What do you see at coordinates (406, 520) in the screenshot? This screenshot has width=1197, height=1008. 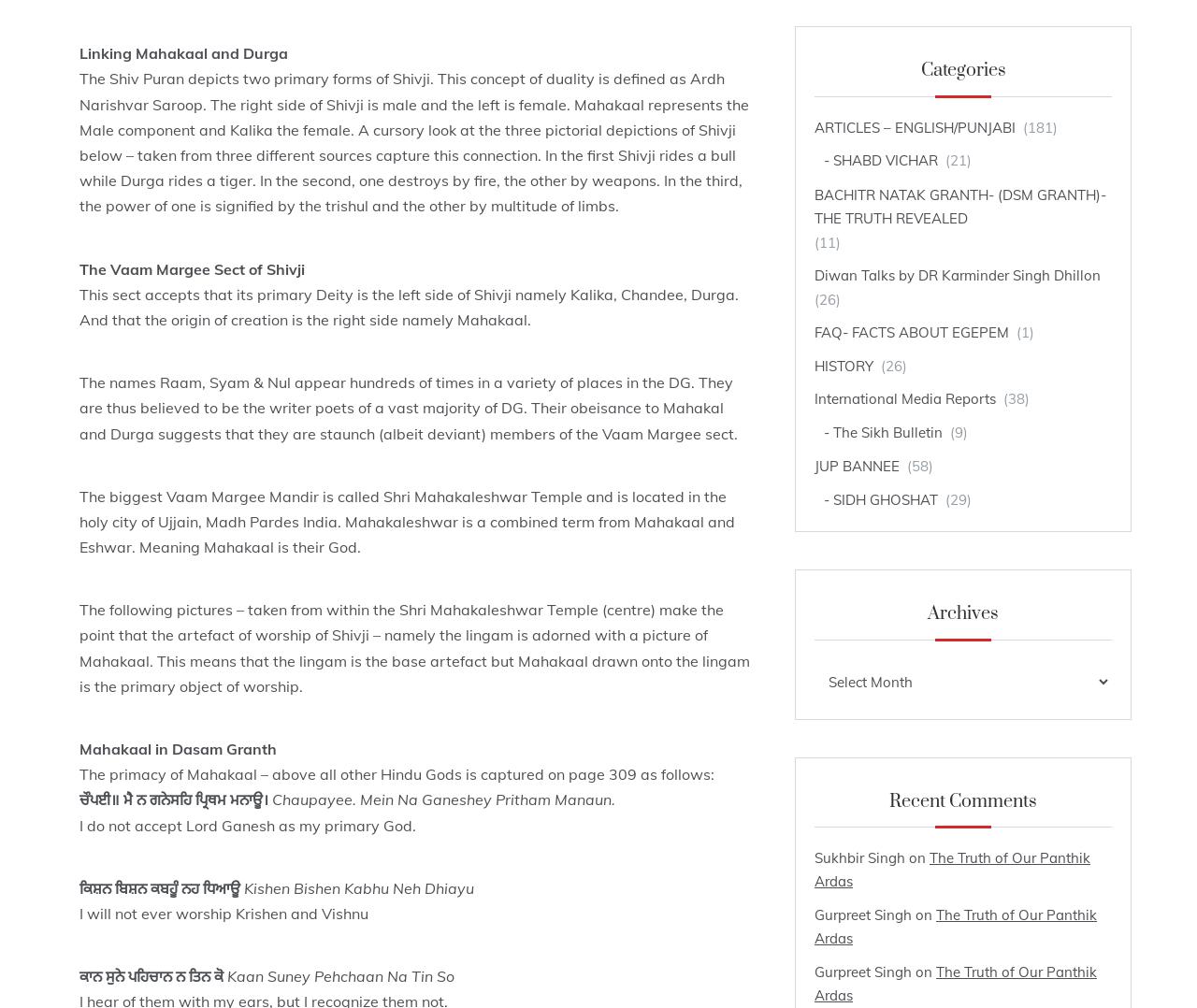 I see `'The biggest Vaam Margee Mandir is called Shri Mahakaleshwar Temple and is located in the holy city of Ujjain, Madh Pardes India. Mahakaleshwar is a combined term from Mahakaal and Eshwar. Meaning Mahakaal is their God.'` at bounding box center [406, 520].